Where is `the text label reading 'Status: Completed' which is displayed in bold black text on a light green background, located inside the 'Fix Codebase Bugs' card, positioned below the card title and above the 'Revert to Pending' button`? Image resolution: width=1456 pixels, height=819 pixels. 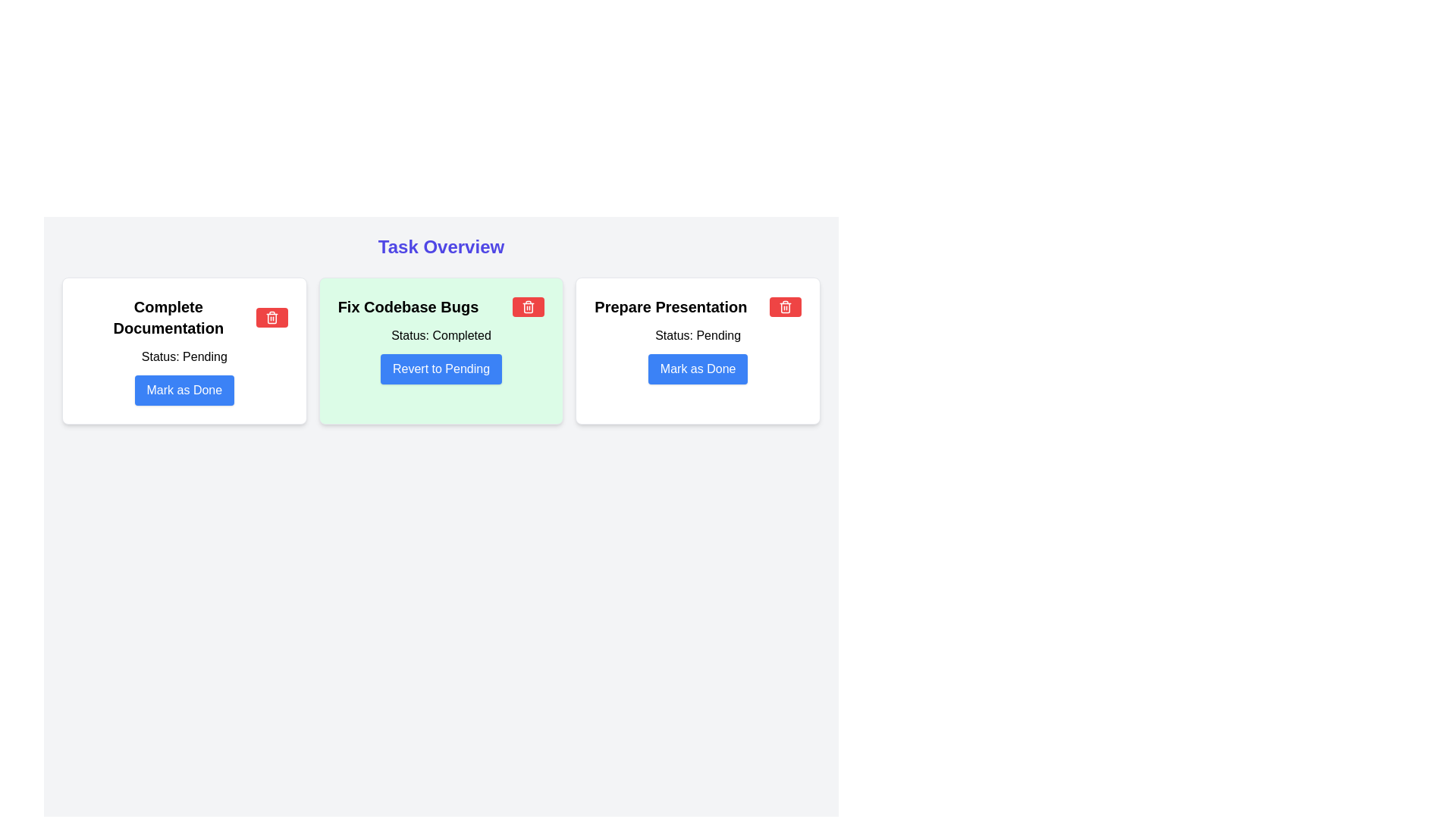
the text label reading 'Status: Completed' which is displayed in bold black text on a light green background, located inside the 'Fix Codebase Bugs' card, positioned below the card title and above the 'Revert to Pending' button is located at coordinates (440, 335).